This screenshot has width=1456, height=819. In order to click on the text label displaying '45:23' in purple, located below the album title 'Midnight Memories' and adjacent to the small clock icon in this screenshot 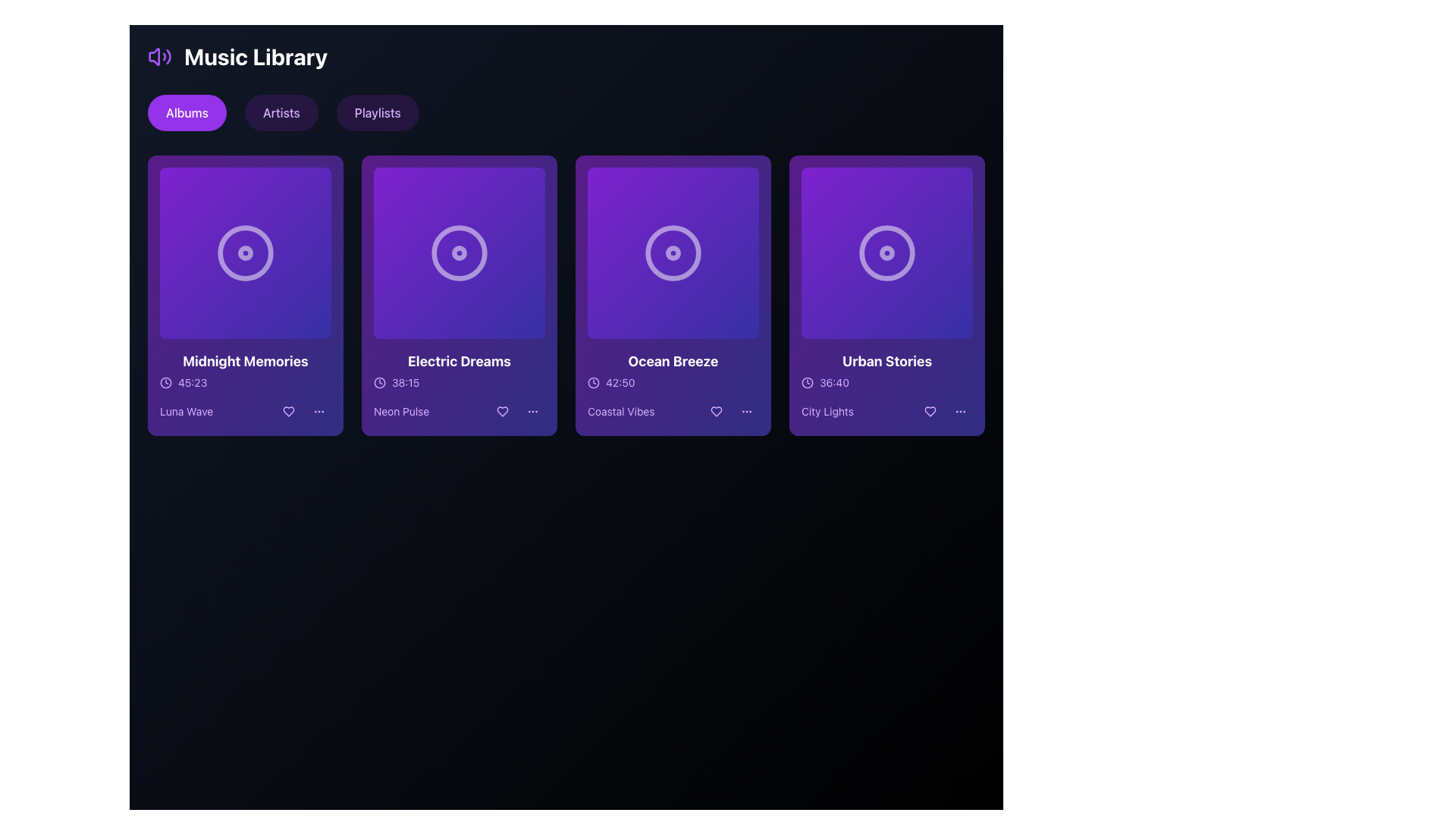, I will do `click(192, 382)`.